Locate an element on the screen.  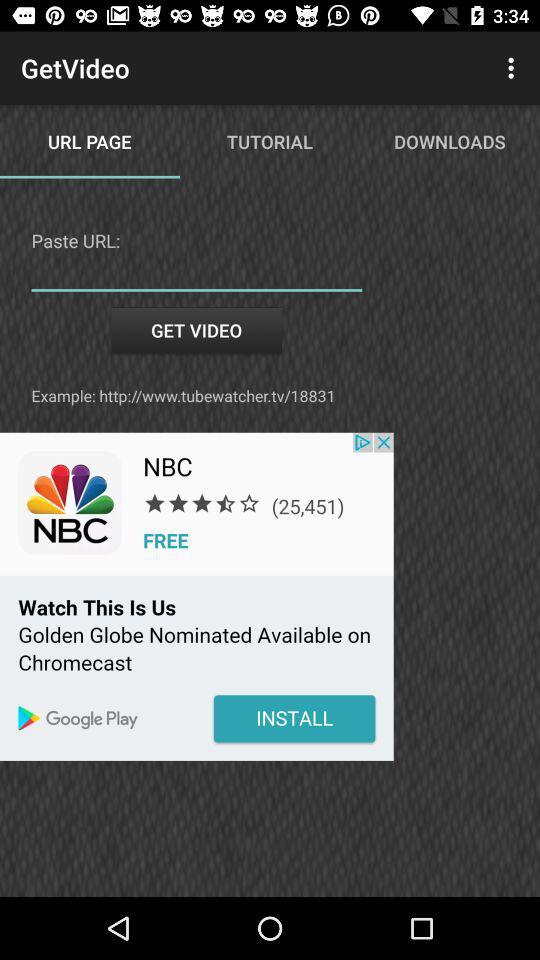
color print is located at coordinates (196, 596).